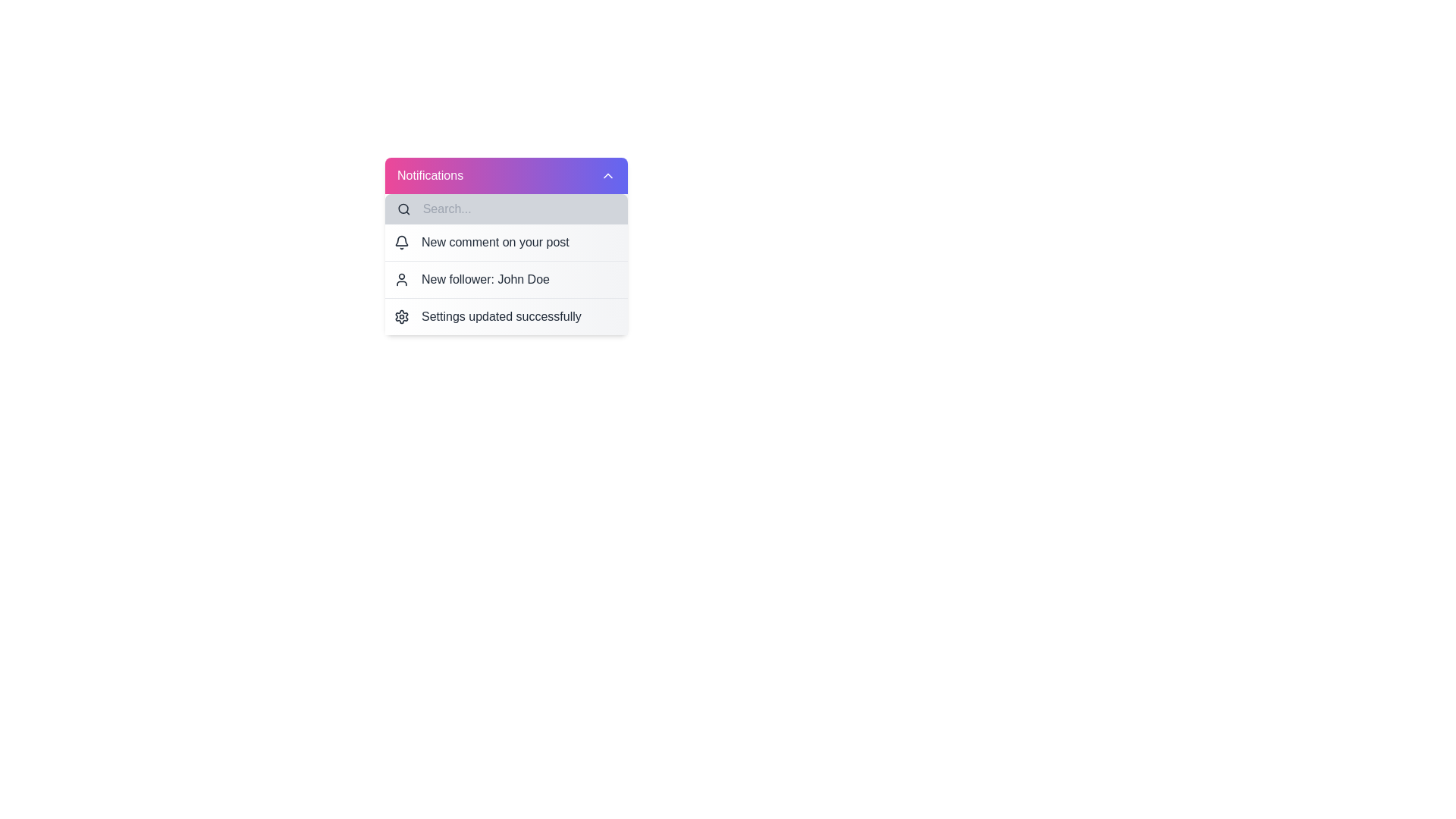 Image resolution: width=1456 pixels, height=819 pixels. What do you see at coordinates (506, 174) in the screenshot?
I see `the Notifications button to toggle the menu's visibility` at bounding box center [506, 174].